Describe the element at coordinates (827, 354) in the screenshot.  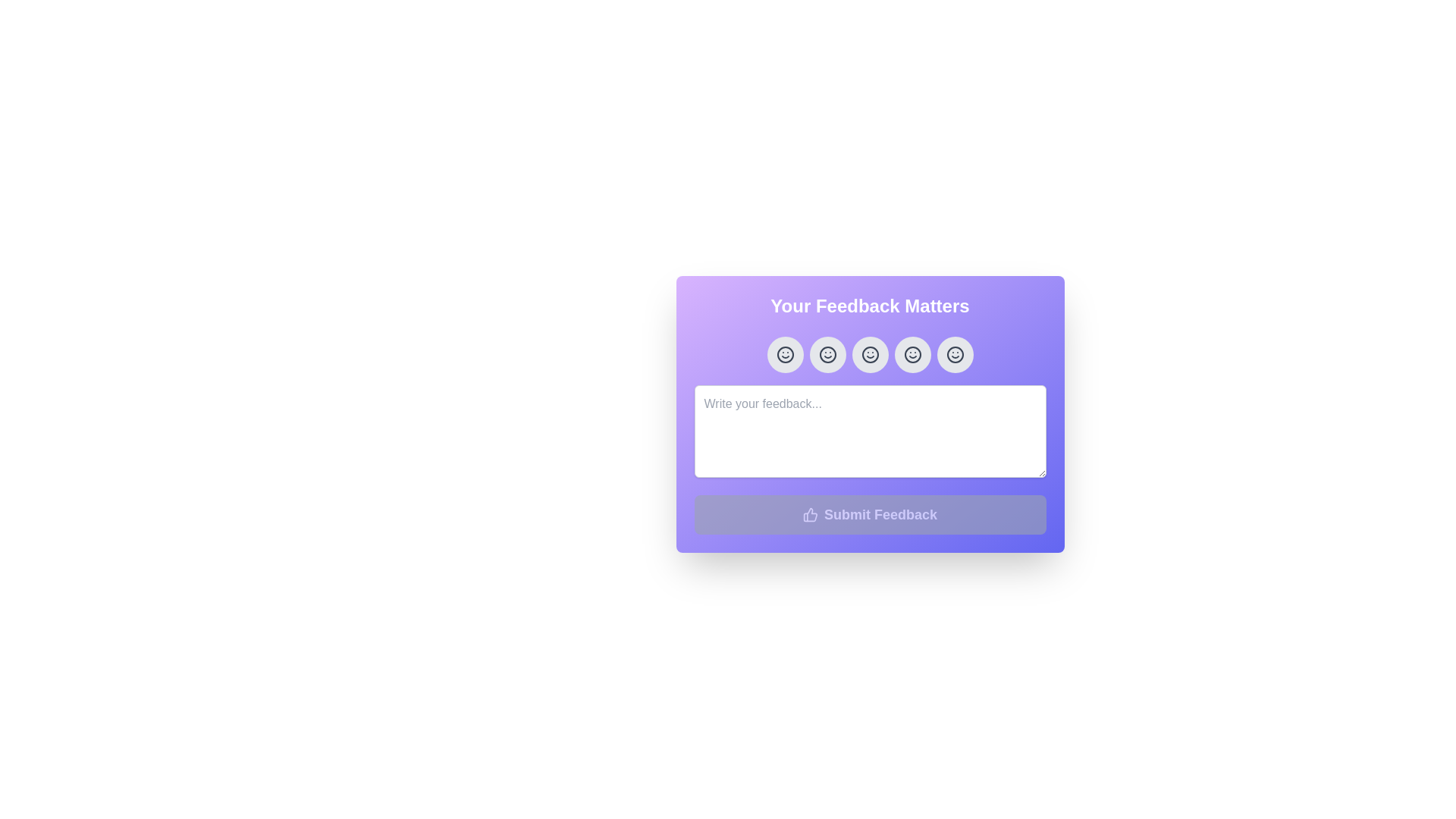
I see `the second circular button with a light gray background and a smiling face icon` at that location.